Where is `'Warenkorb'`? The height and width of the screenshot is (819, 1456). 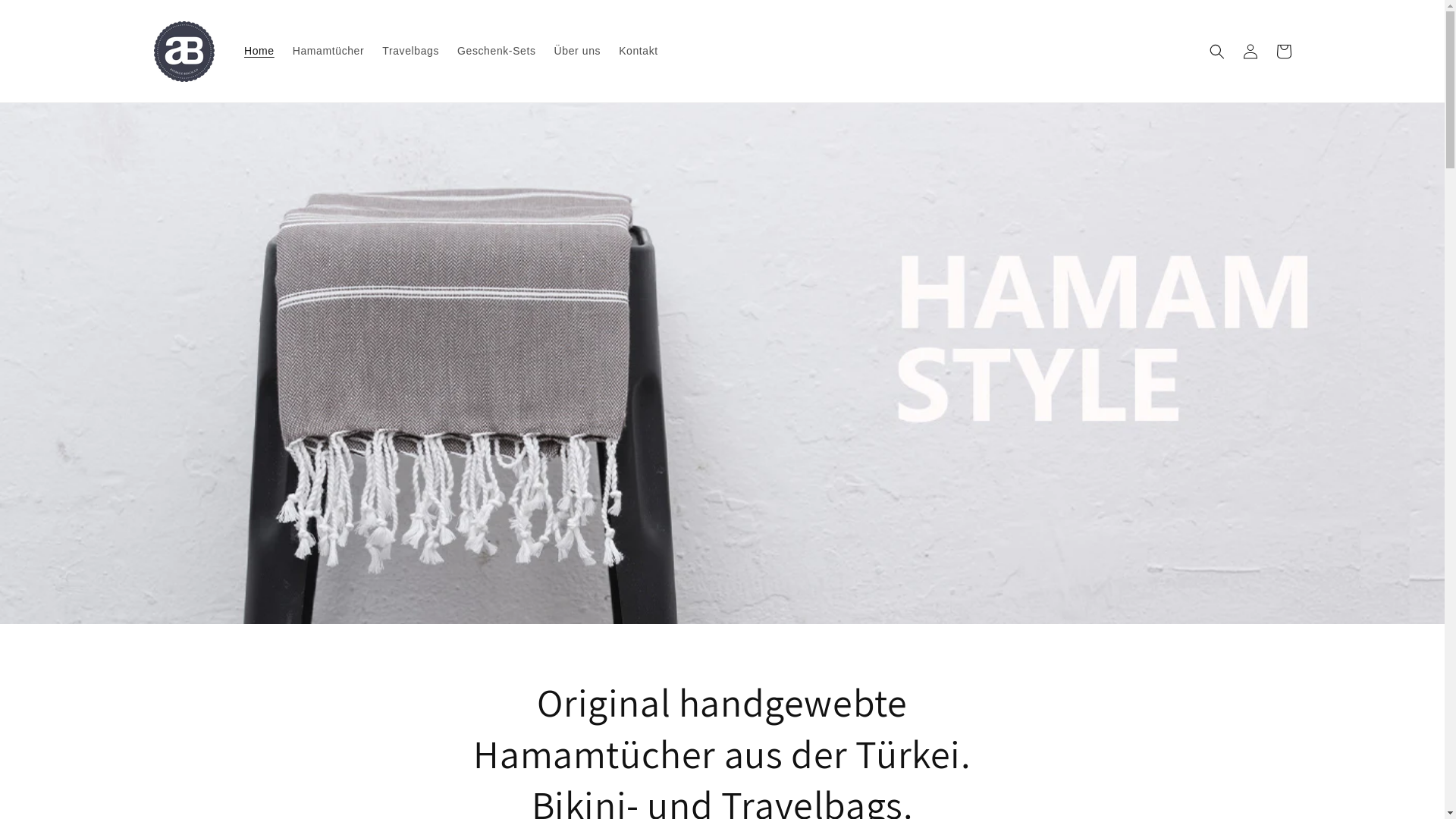 'Warenkorb' is located at coordinates (1282, 51).